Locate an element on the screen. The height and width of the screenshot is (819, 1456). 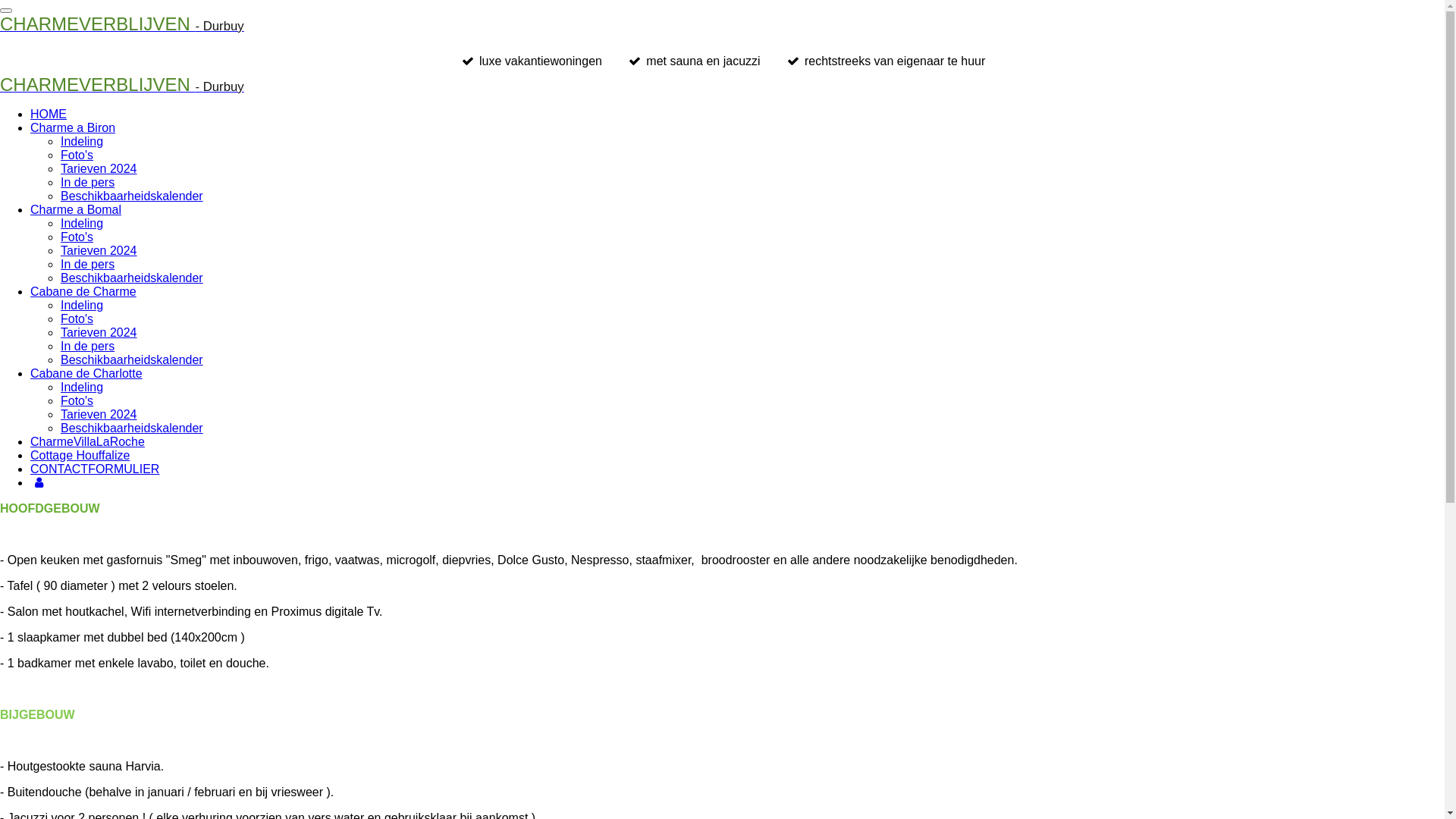
'CONTACTFORMULIER' is located at coordinates (93, 468).